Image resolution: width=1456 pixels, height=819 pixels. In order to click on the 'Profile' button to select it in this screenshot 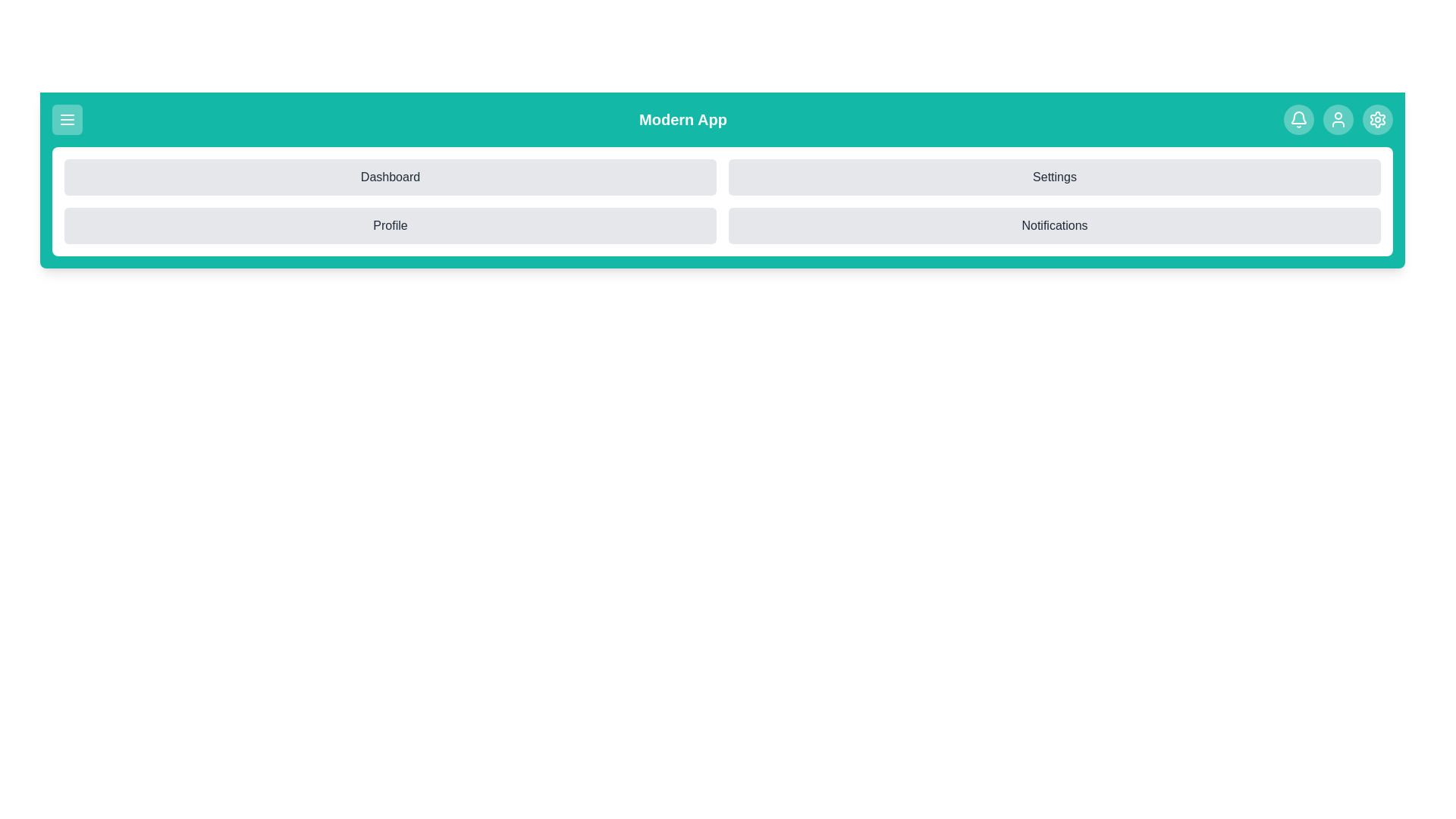, I will do `click(390, 225)`.